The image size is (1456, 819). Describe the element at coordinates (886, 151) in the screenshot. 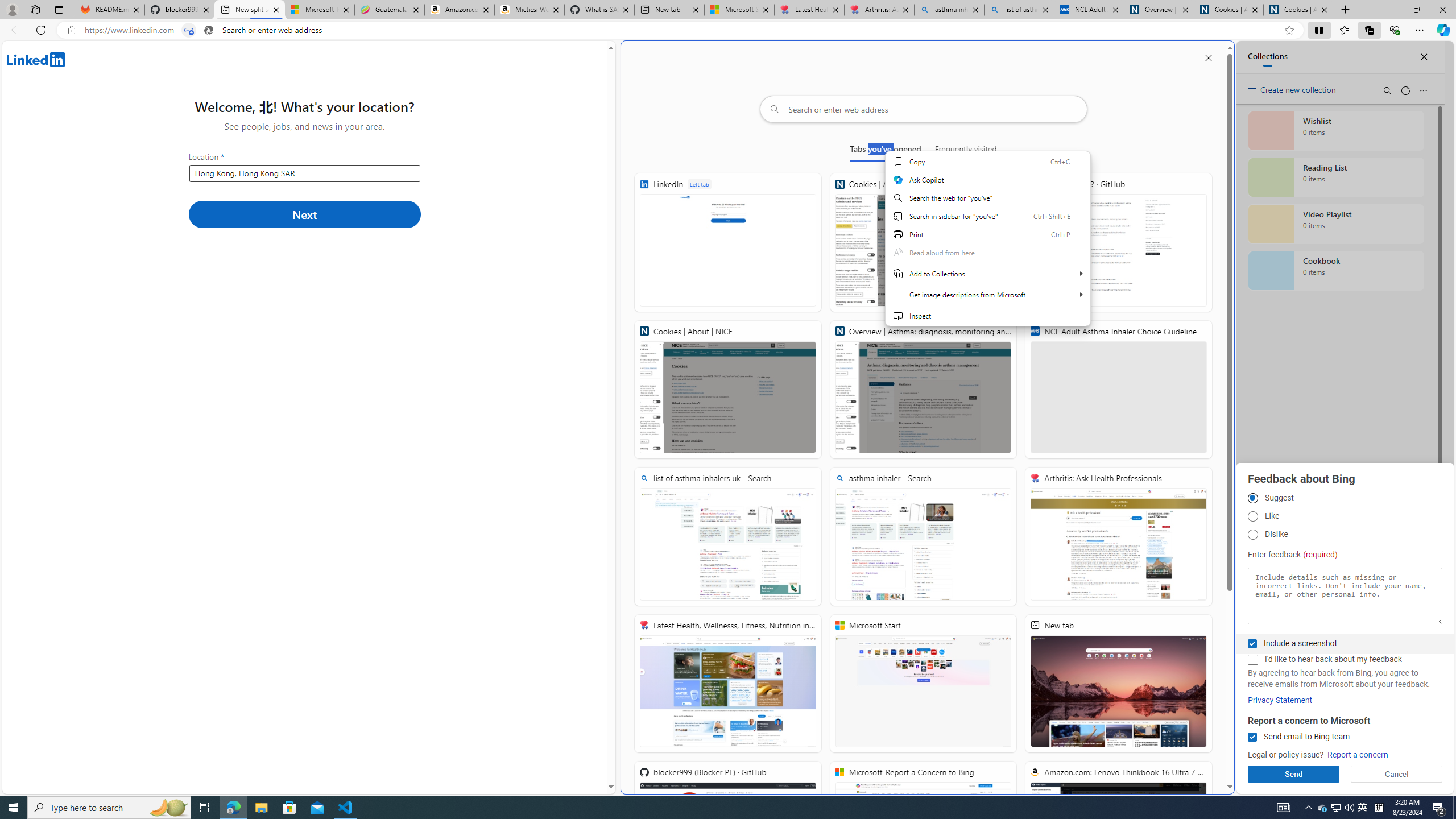

I see `'Tabs you'` at that location.